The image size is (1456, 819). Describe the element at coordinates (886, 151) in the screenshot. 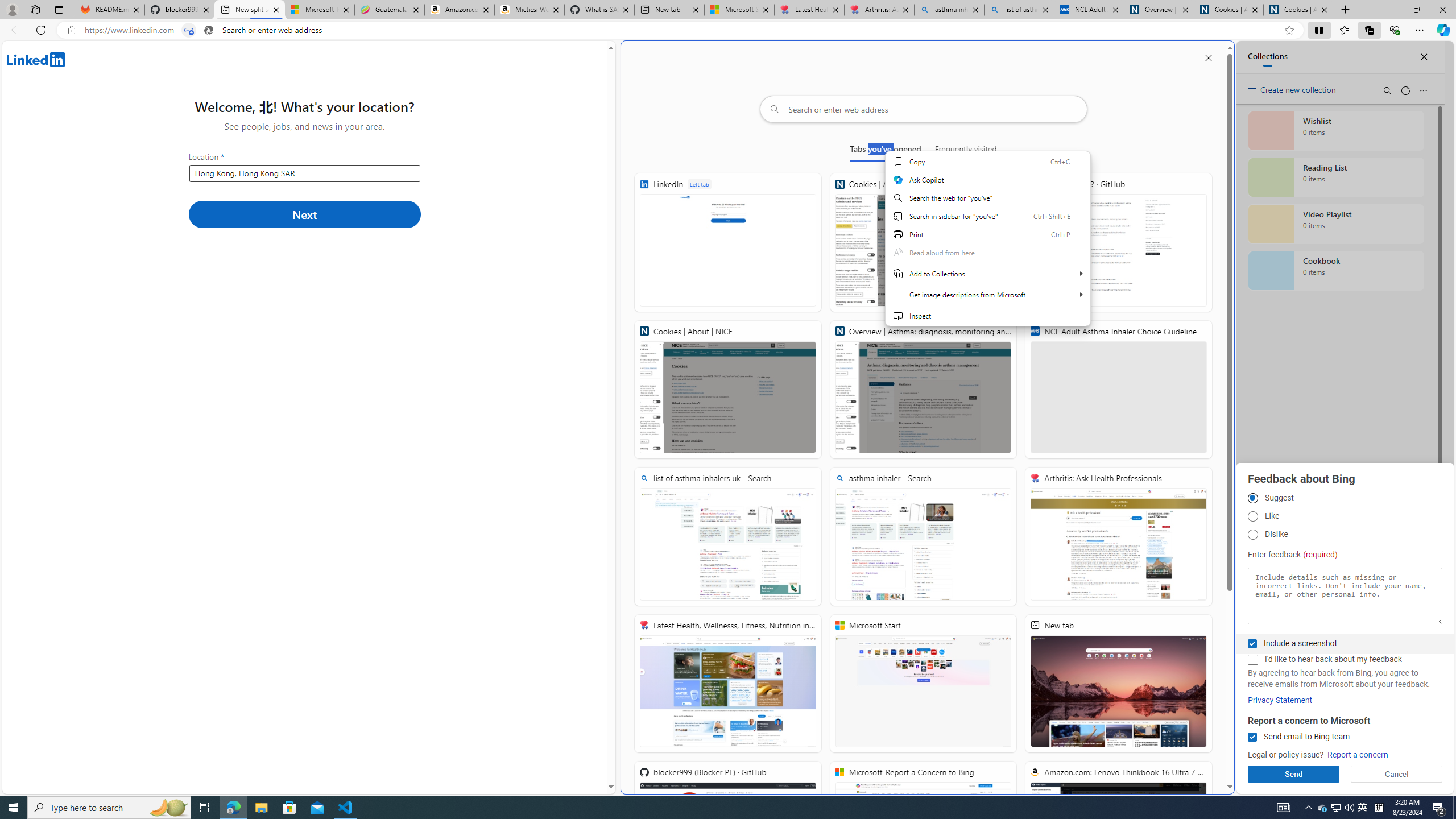

I see `'Tabs you'` at that location.